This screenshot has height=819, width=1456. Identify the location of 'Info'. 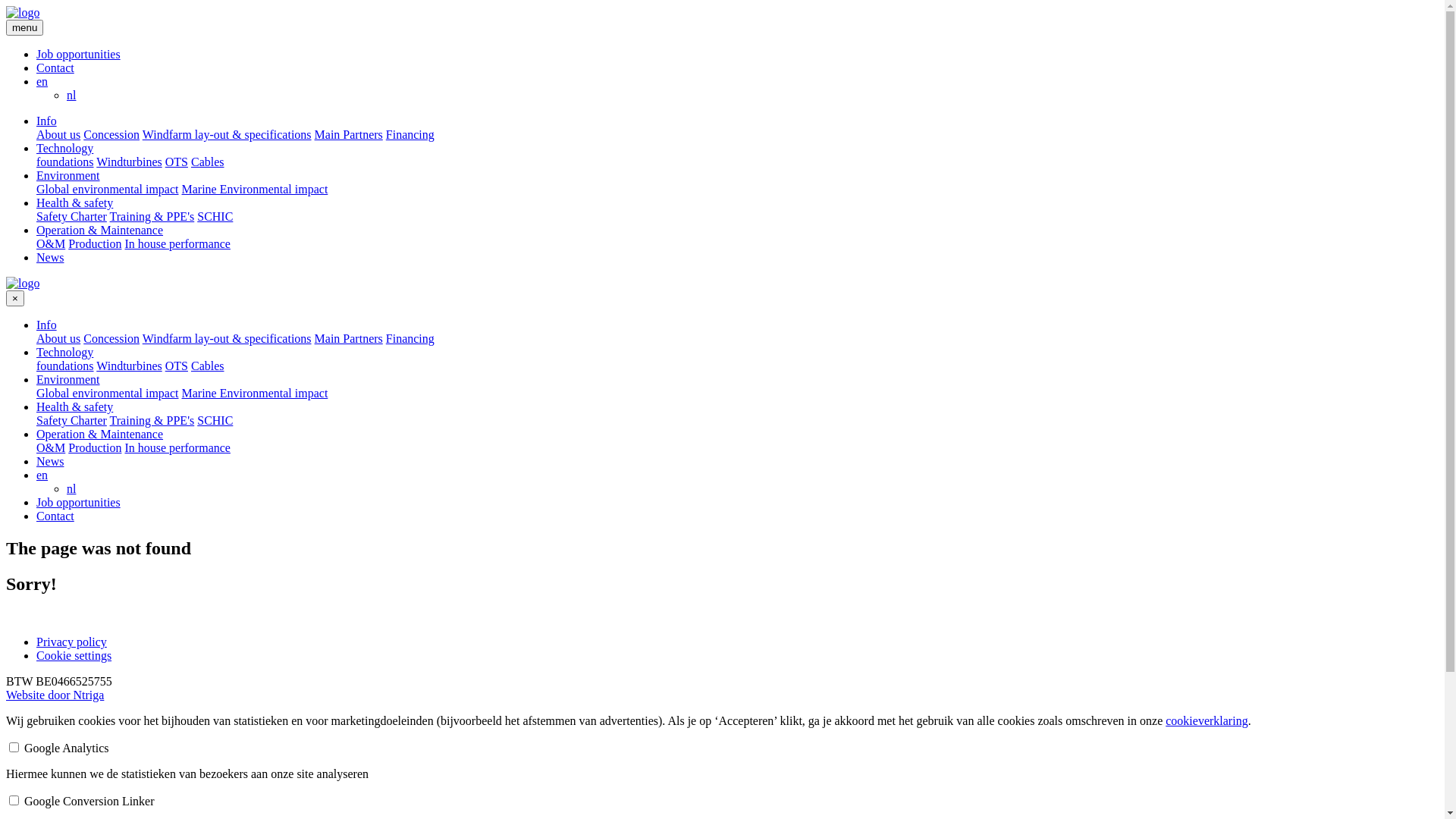
(46, 324).